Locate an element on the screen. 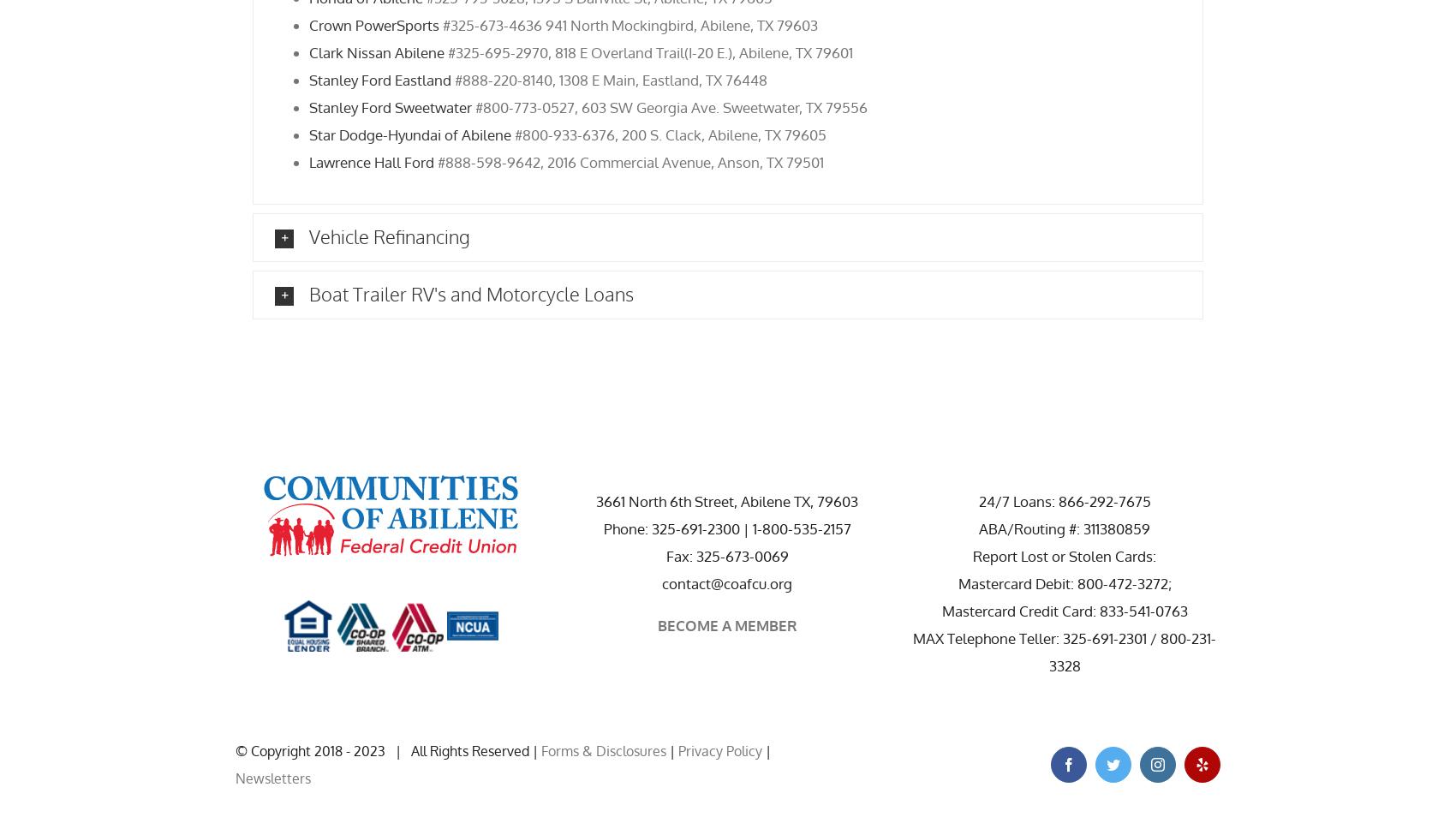 Image resolution: width=1456 pixels, height=817 pixels. '#800-933-6376, 200 S. Clack, Abilene, TX 79605' is located at coordinates (667, 133).